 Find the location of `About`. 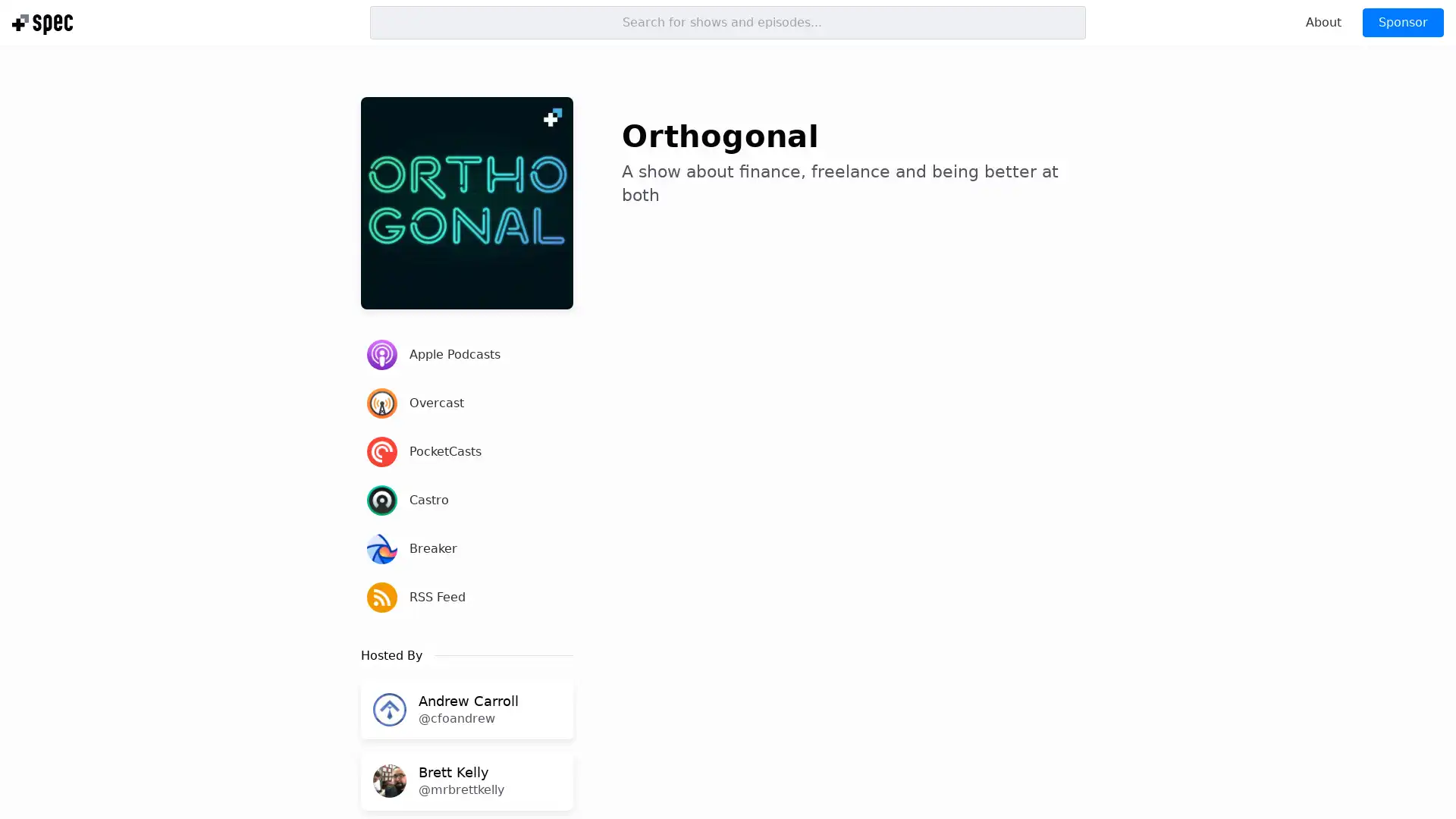

About is located at coordinates (1323, 29).